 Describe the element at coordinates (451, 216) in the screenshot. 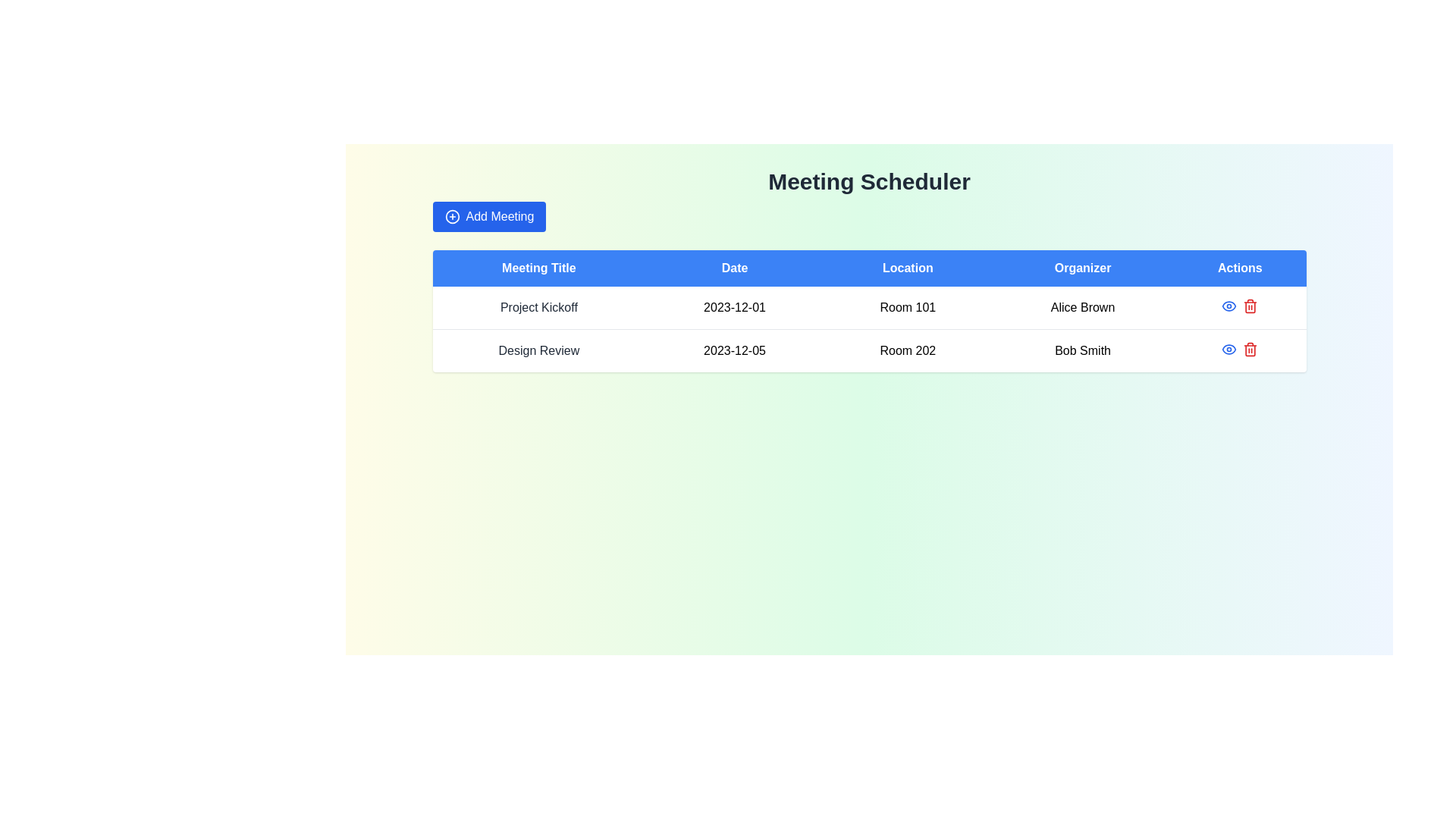

I see `the icon located within the round 'Add Meeting' button at the top of the interface` at that location.